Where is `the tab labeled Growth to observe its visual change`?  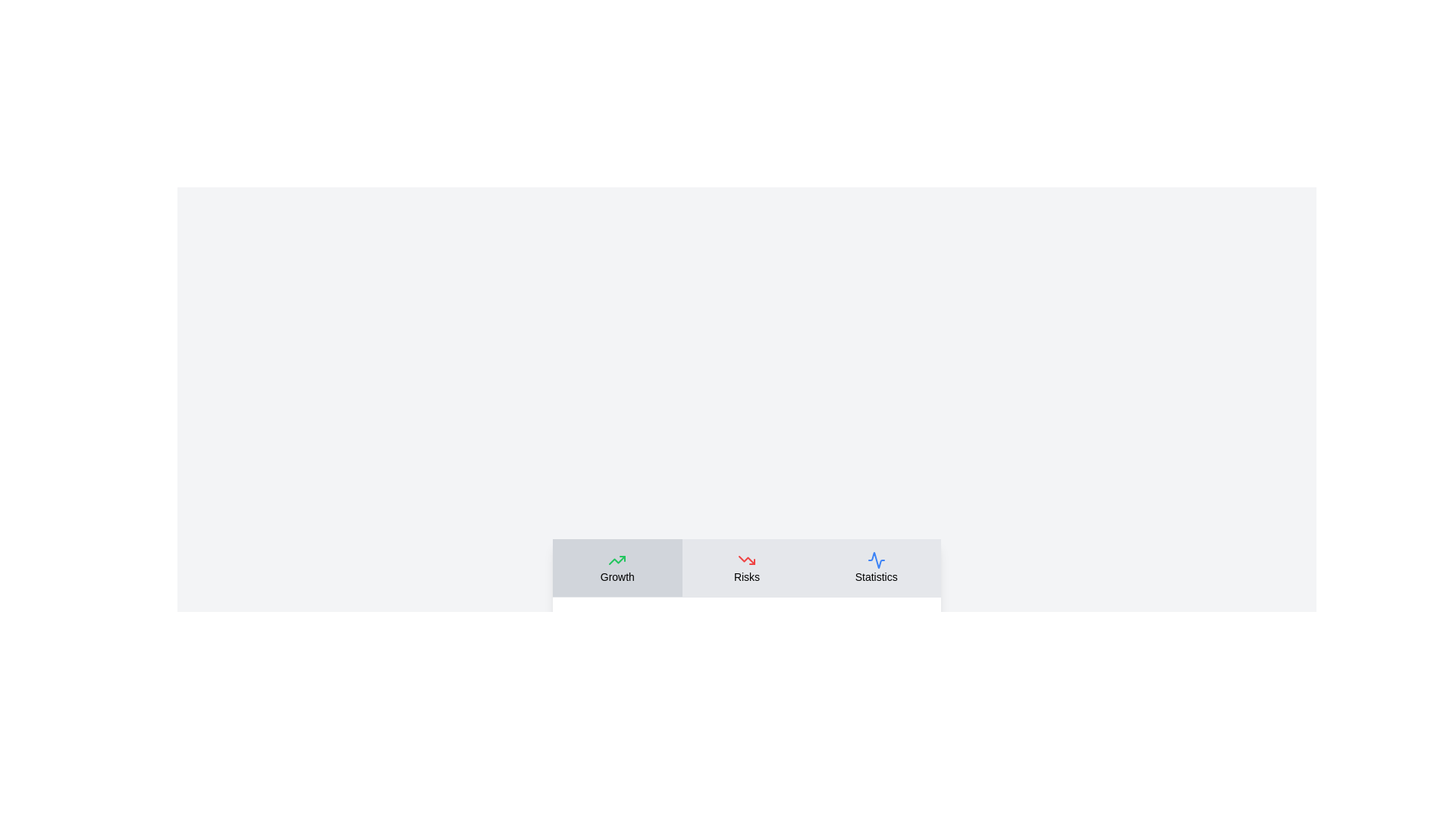 the tab labeled Growth to observe its visual change is located at coordinates (617, 567).